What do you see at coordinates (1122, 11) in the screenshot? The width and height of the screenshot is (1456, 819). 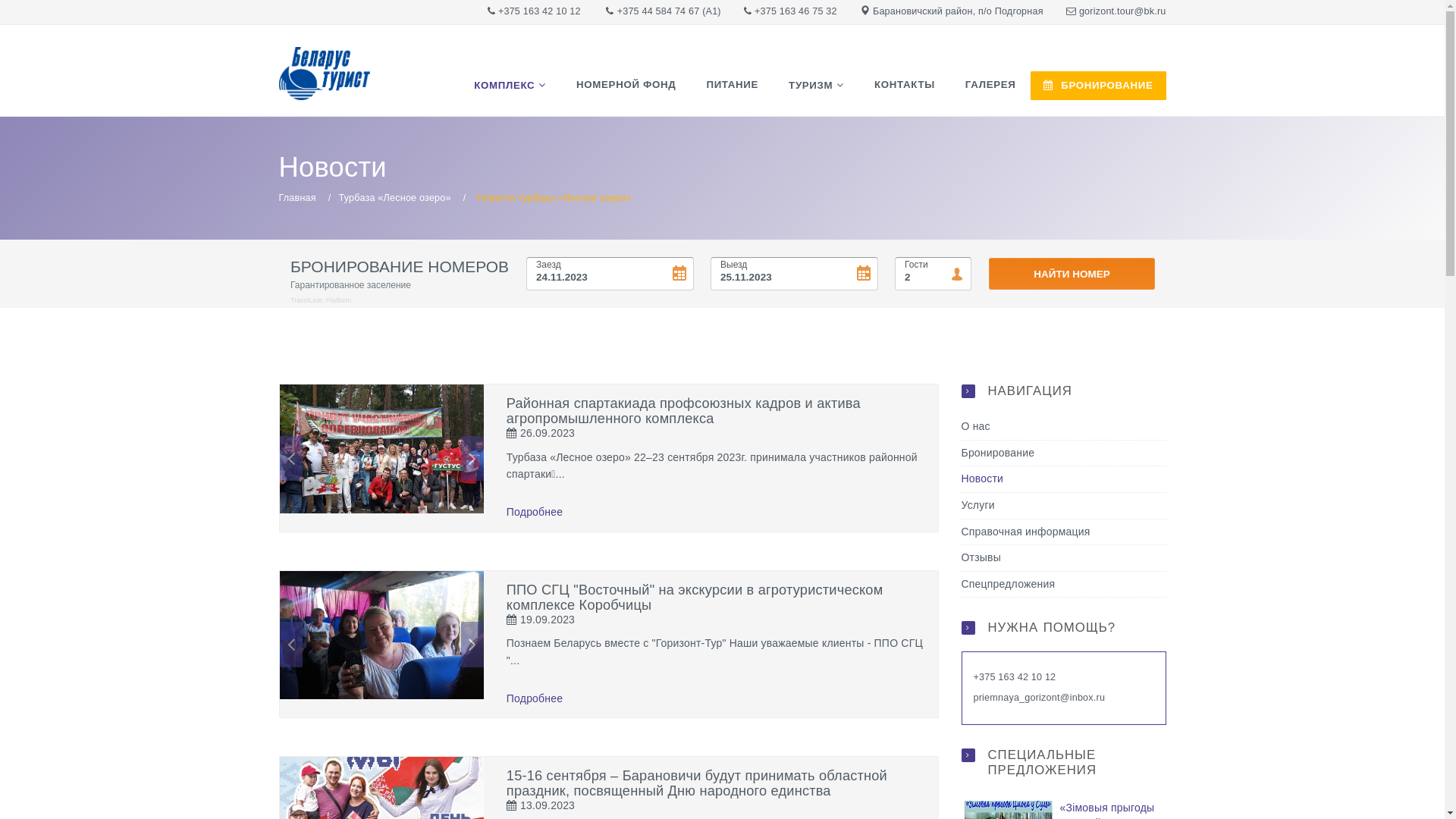 I see `'gorizont.tour@bk.ru'` at bounding box center [1122, 11].